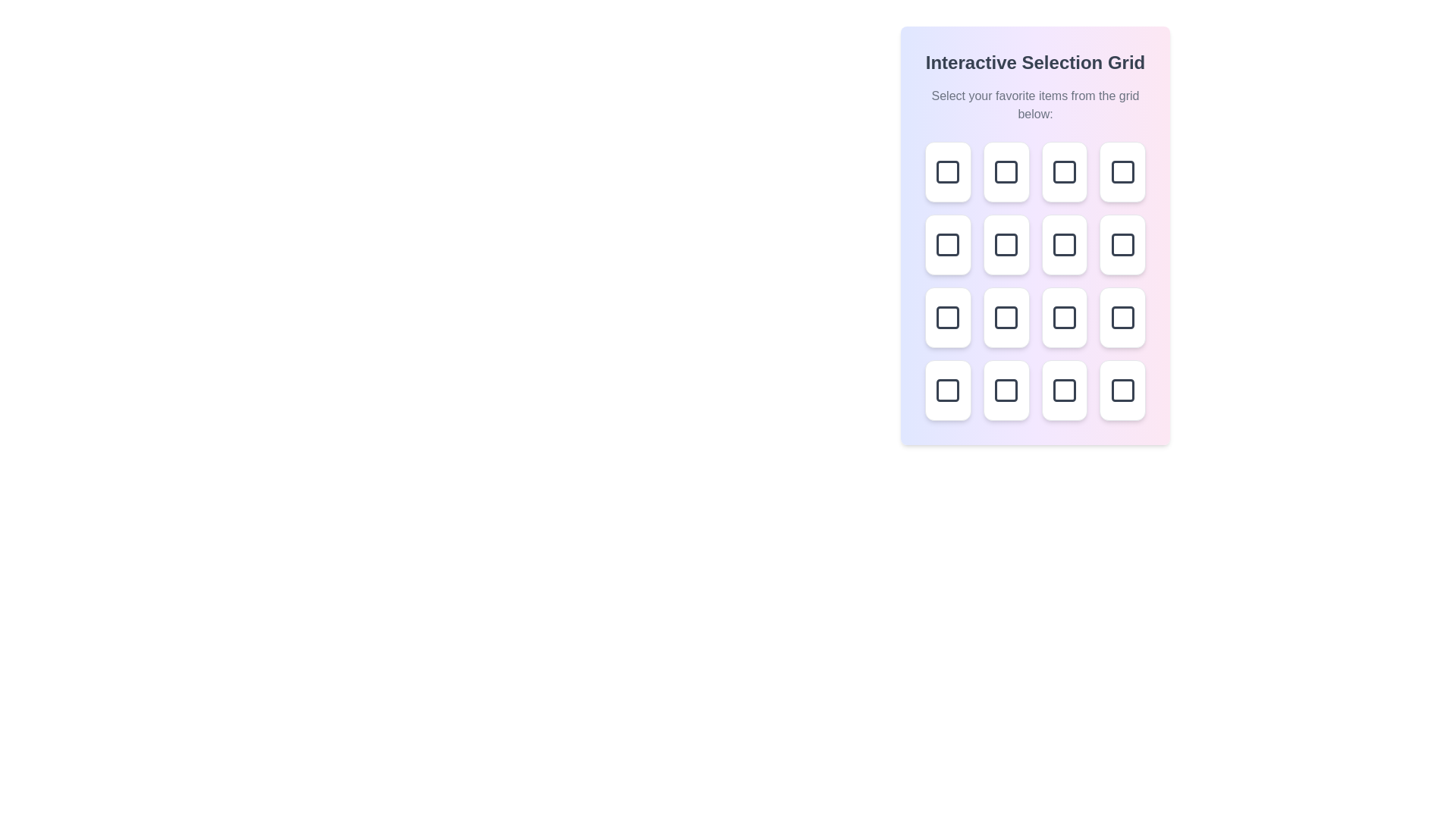 This screenshot has width=1456, height=819. What do you see at coordinates (947, 390) in the screenshot?
I see `the small square located in the fourth row and third column of the 4x4 grid layout for interaction` at bounding box center [947, 390].